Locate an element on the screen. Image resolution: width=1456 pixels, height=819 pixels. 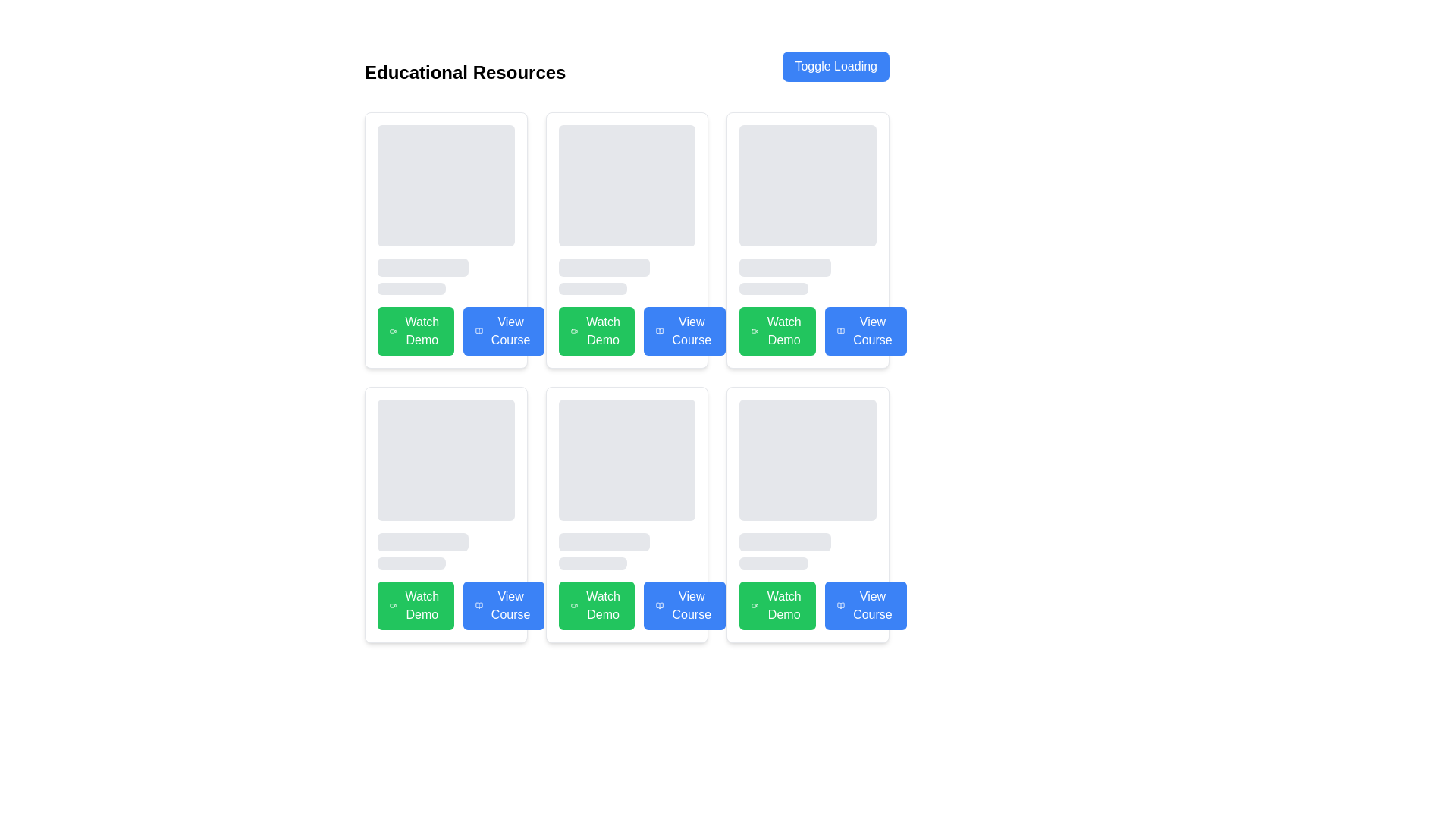
the button labeled 'Watch Demo' located at the bottom left corner of a card-like component to enable keyboard interaction is located at coordinates (445, 604).